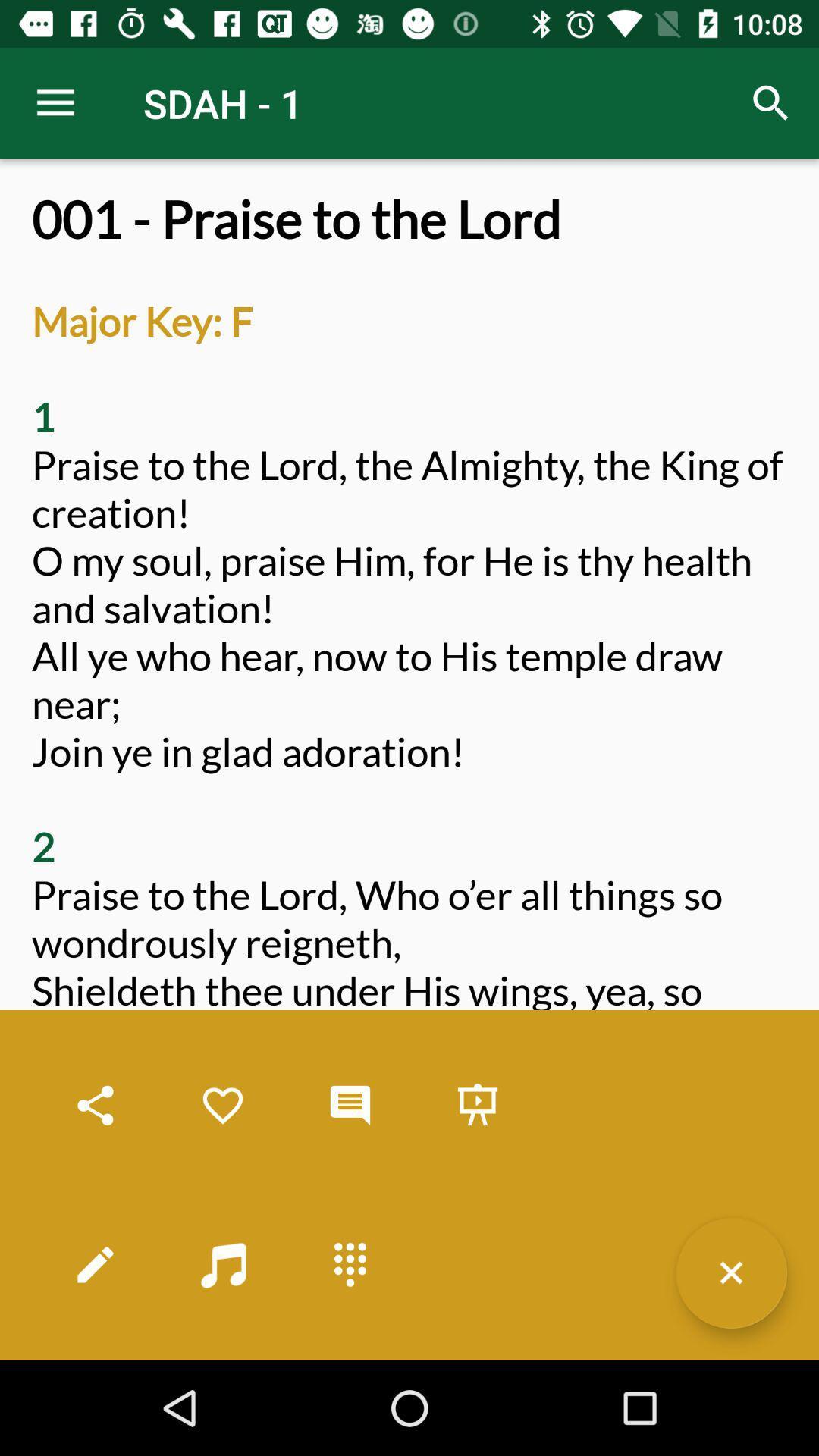  What do you see at coordinates (771, 102) in the screenshot?
I see `icon above 001 praise to item` at bounding box center [771, 102].